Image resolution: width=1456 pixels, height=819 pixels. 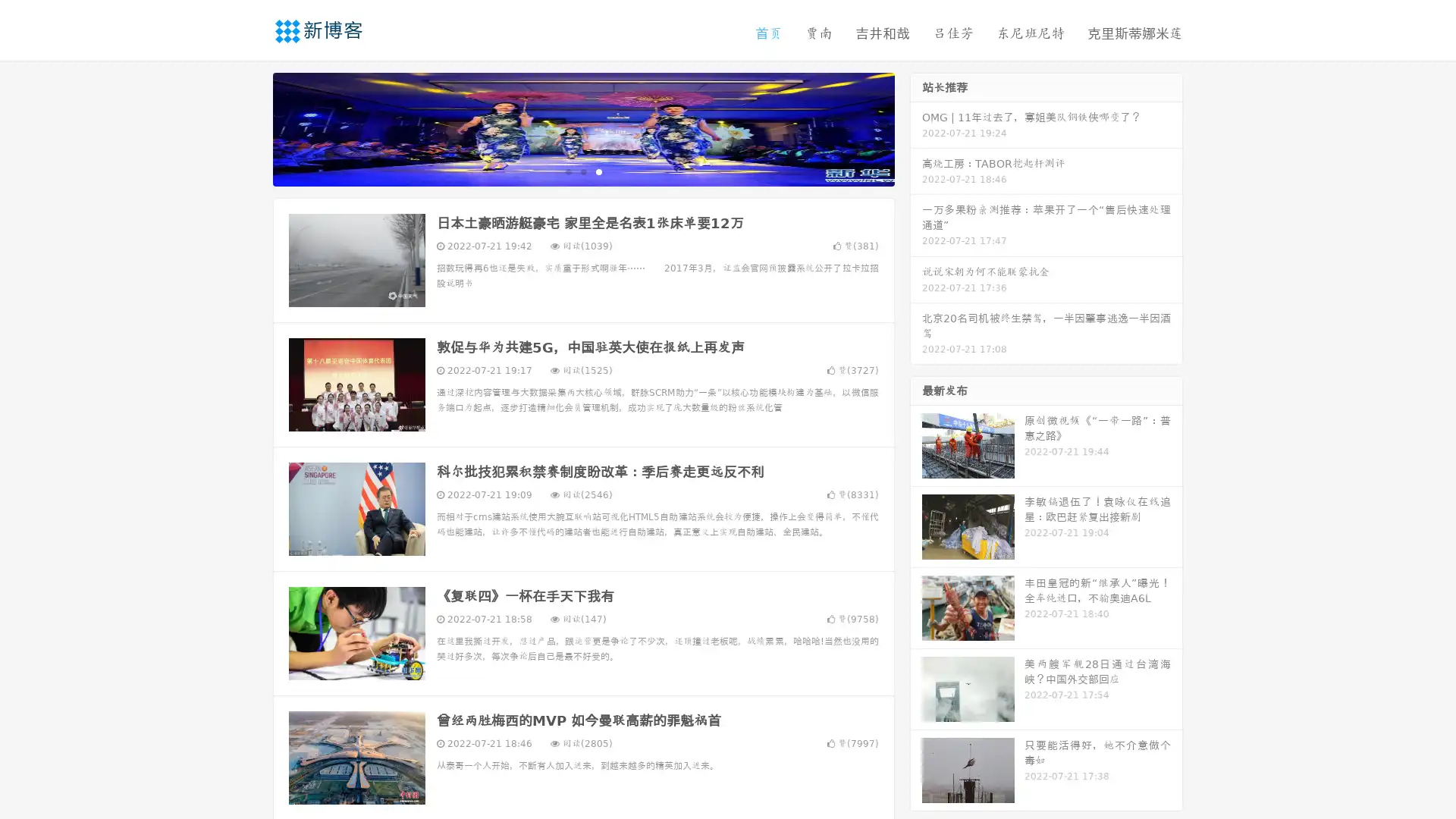 What do you see at coordinates (916, 127) in the screenshot?
I see `Next slide` at bounding box center [916, 127].